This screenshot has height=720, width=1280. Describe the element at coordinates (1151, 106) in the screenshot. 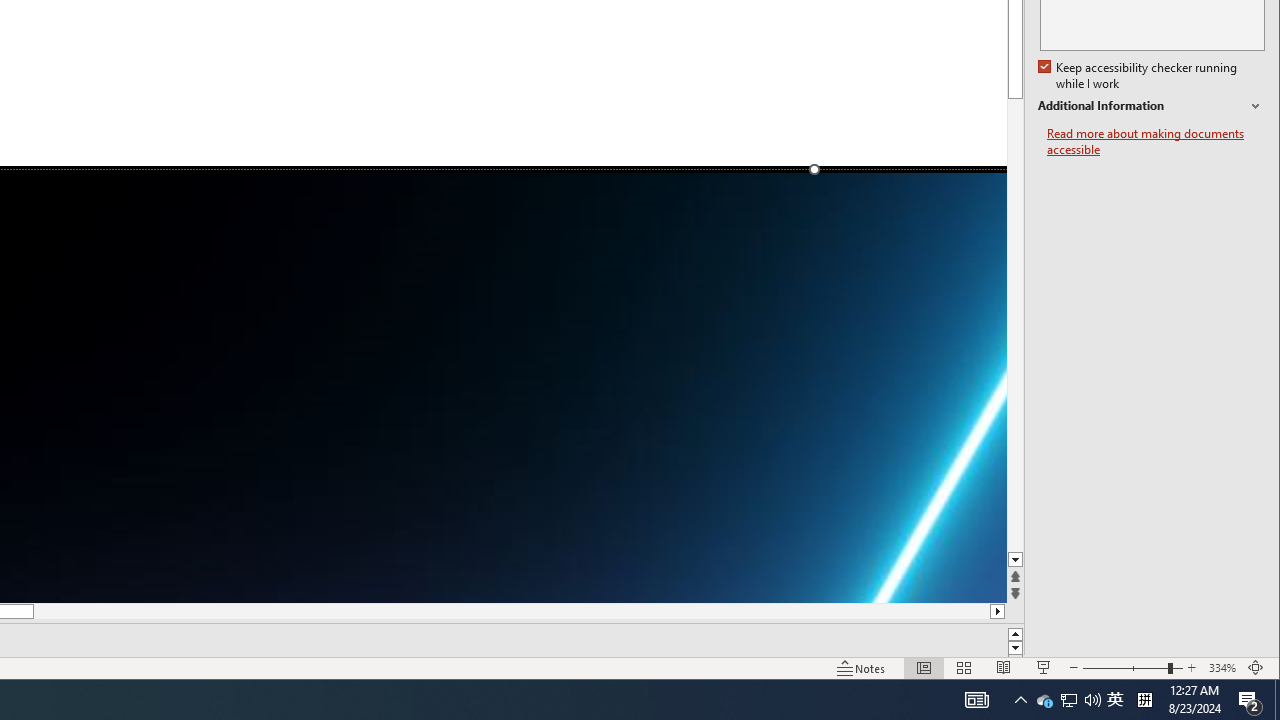

I see `'Additional Information'` at that location.